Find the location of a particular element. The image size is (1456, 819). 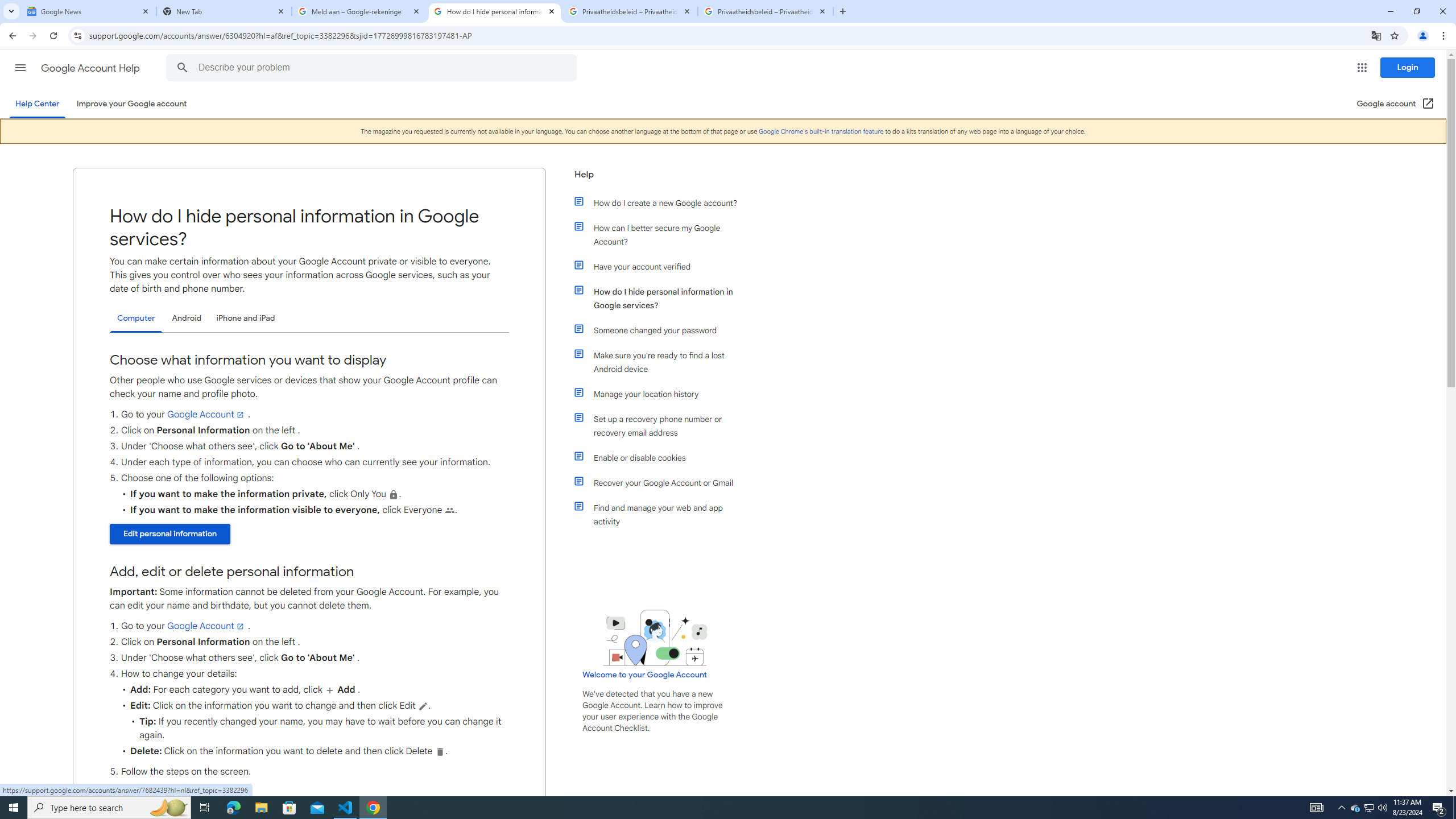

'Google Account' is located at coordinates (206, 626).